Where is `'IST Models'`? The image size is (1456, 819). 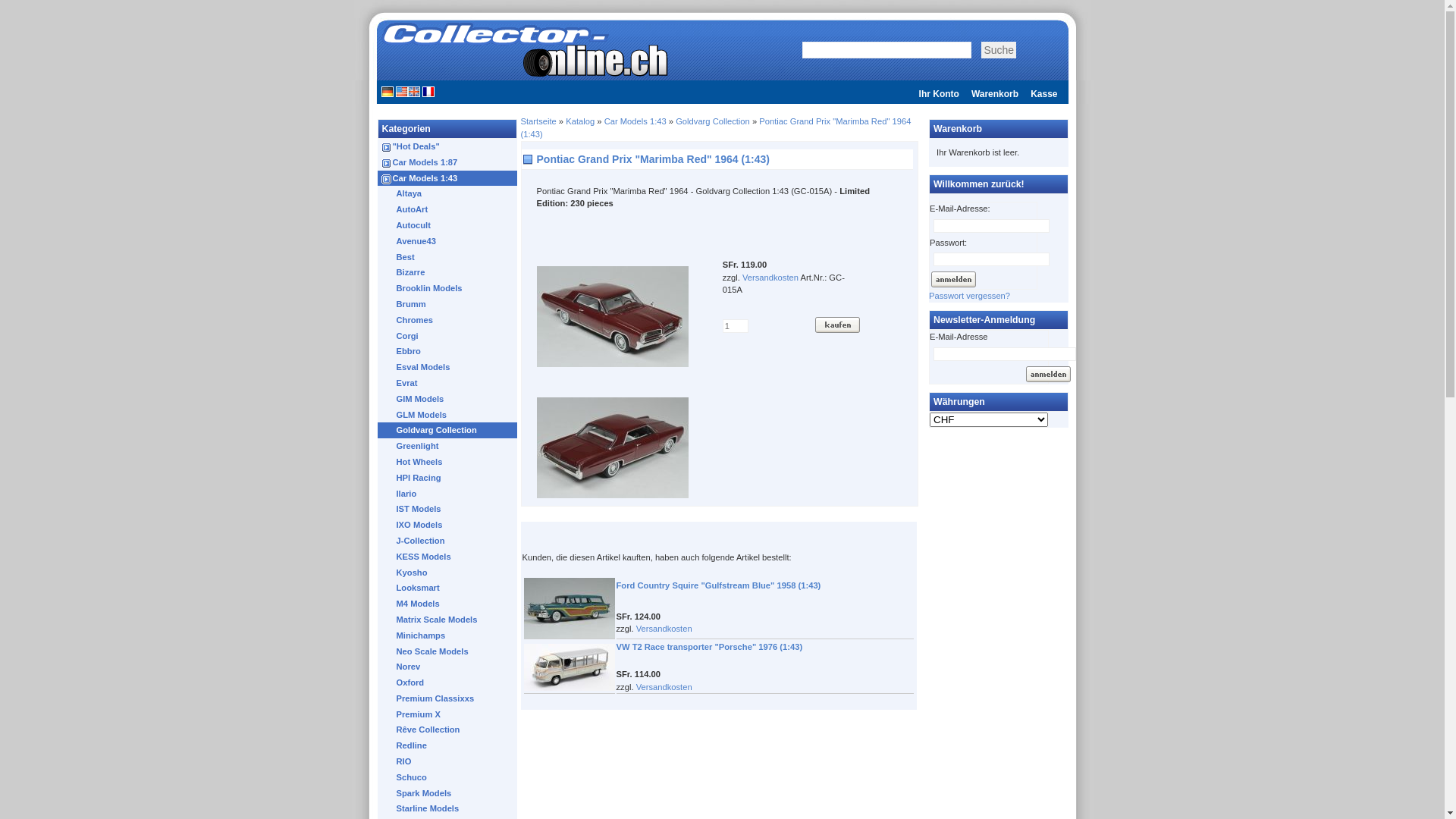 'IST Models' is located at coordinates (449, 509).